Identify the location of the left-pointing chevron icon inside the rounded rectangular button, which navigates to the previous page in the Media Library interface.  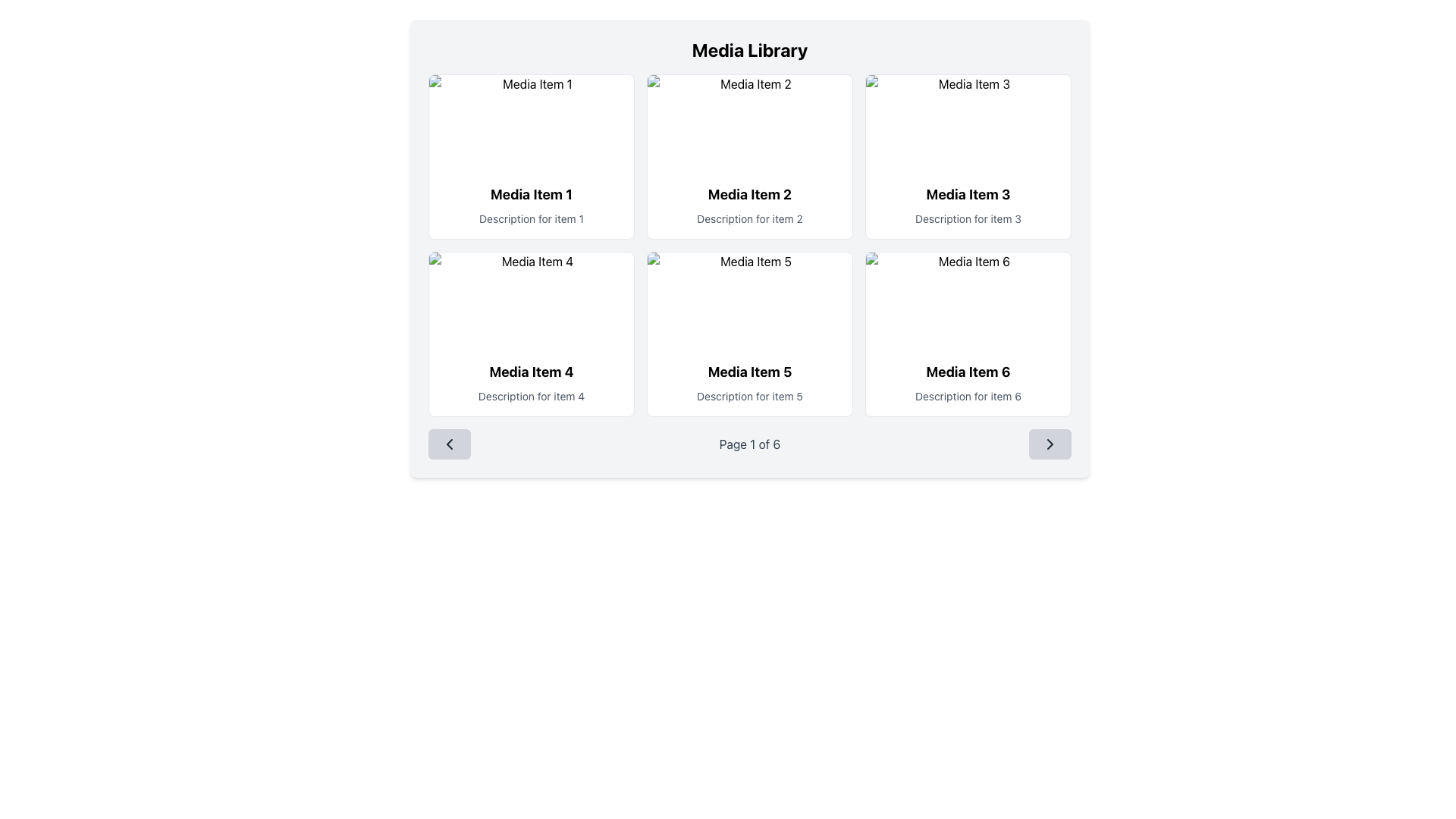
(449, 444).